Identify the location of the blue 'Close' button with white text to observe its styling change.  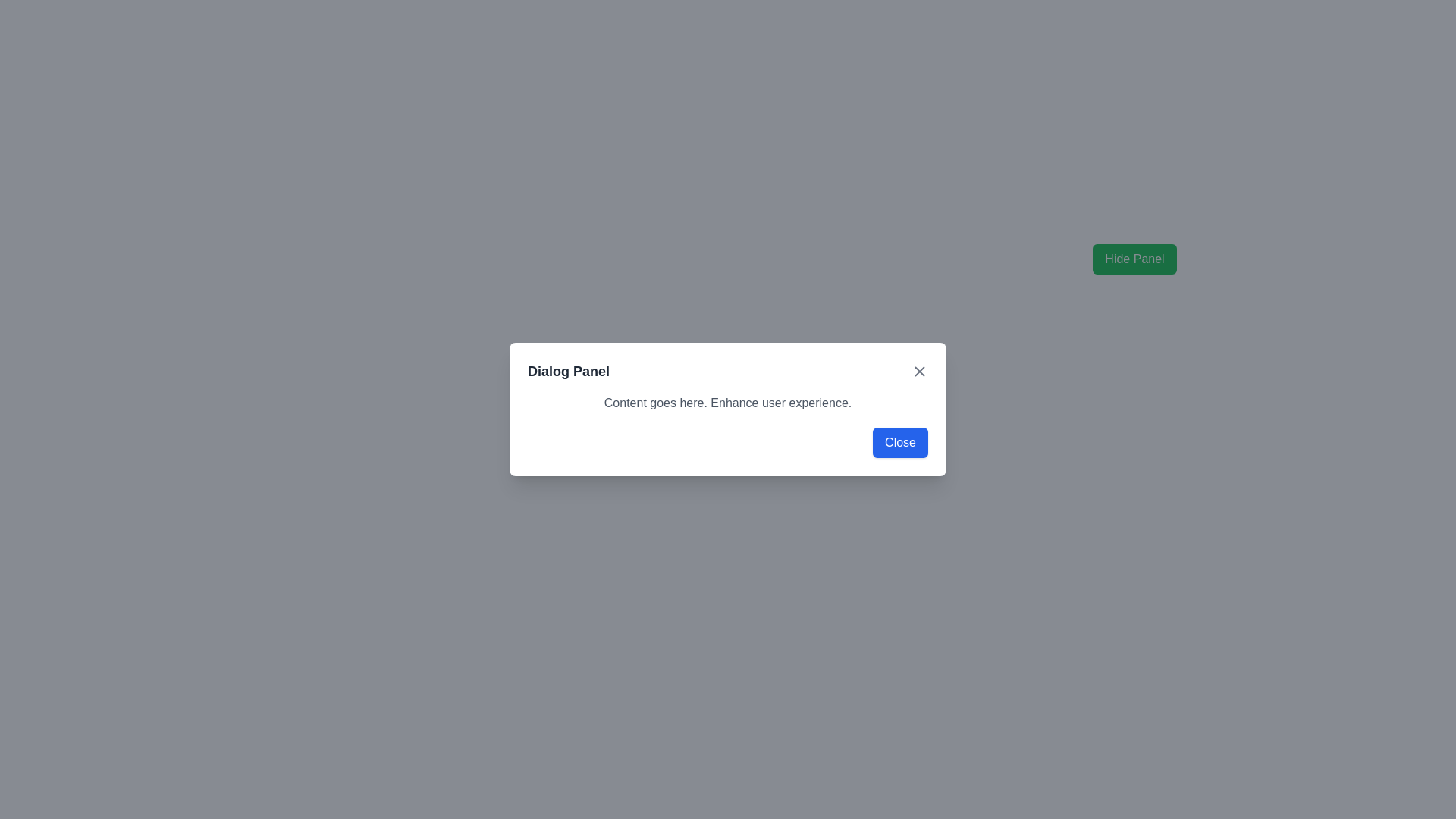
(900, 442).